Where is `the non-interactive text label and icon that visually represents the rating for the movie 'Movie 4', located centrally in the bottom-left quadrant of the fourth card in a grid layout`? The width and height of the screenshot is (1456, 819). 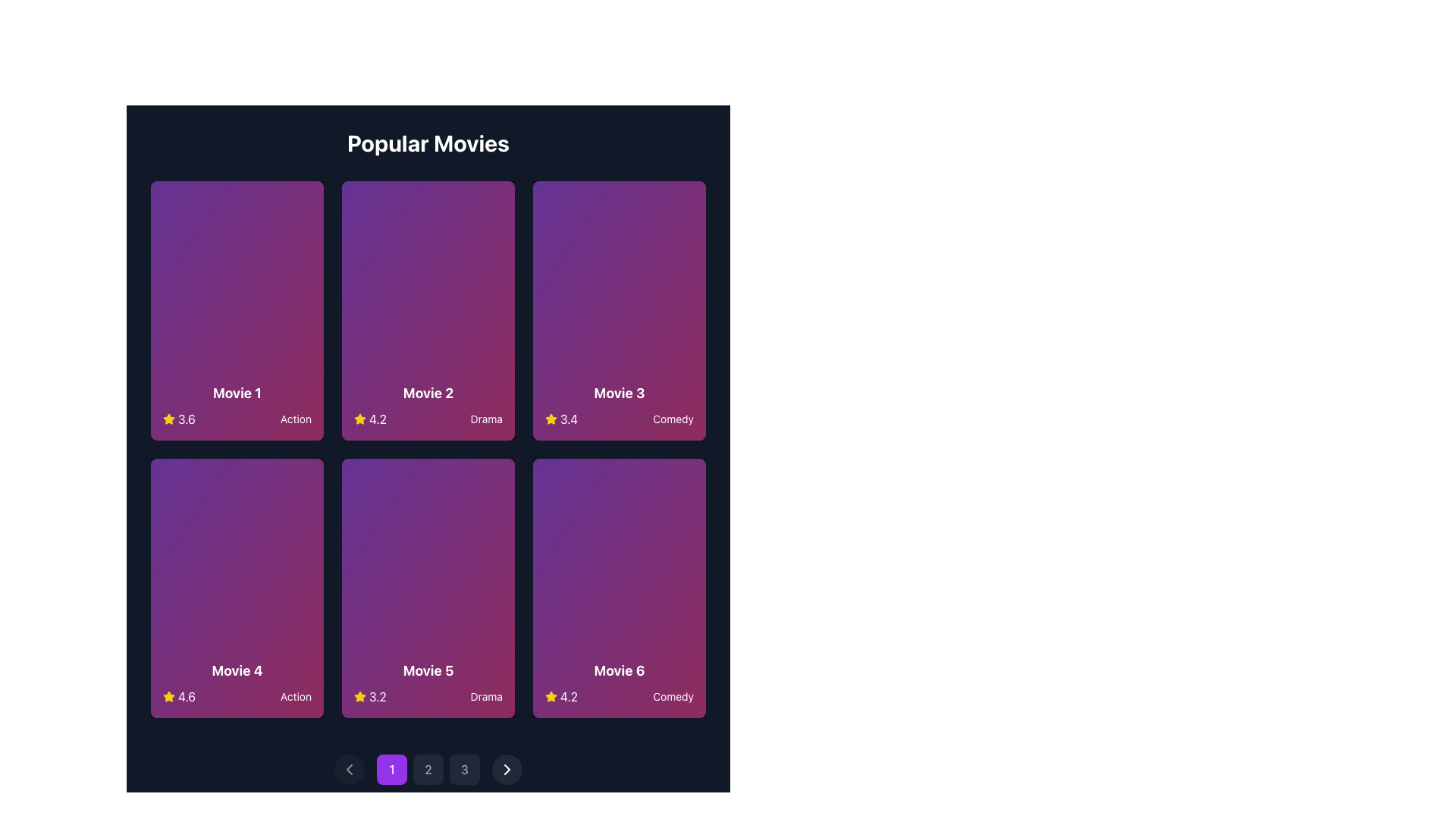 the non-interactive text label and icon that visually represents the rating for the movie 'Movie 4', located centrally in the bottom-left quadrant of the fourth card in a grid layout is located at coordinates (179, 696).